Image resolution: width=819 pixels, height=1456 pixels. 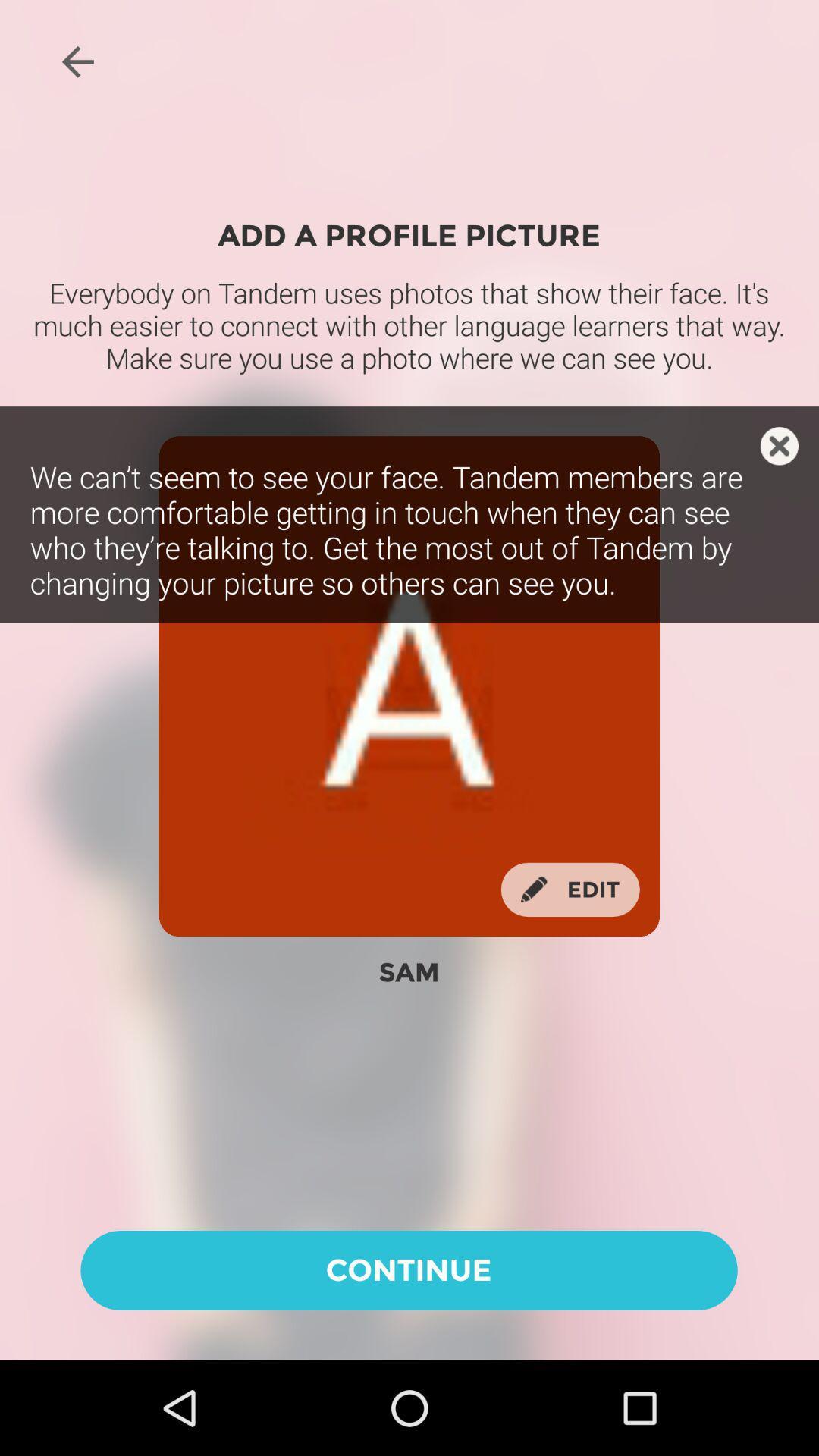 What do you see at coordinates (408, 1270) in the screenshot?
I see `the continue item` at bounding box center [408, 1270].